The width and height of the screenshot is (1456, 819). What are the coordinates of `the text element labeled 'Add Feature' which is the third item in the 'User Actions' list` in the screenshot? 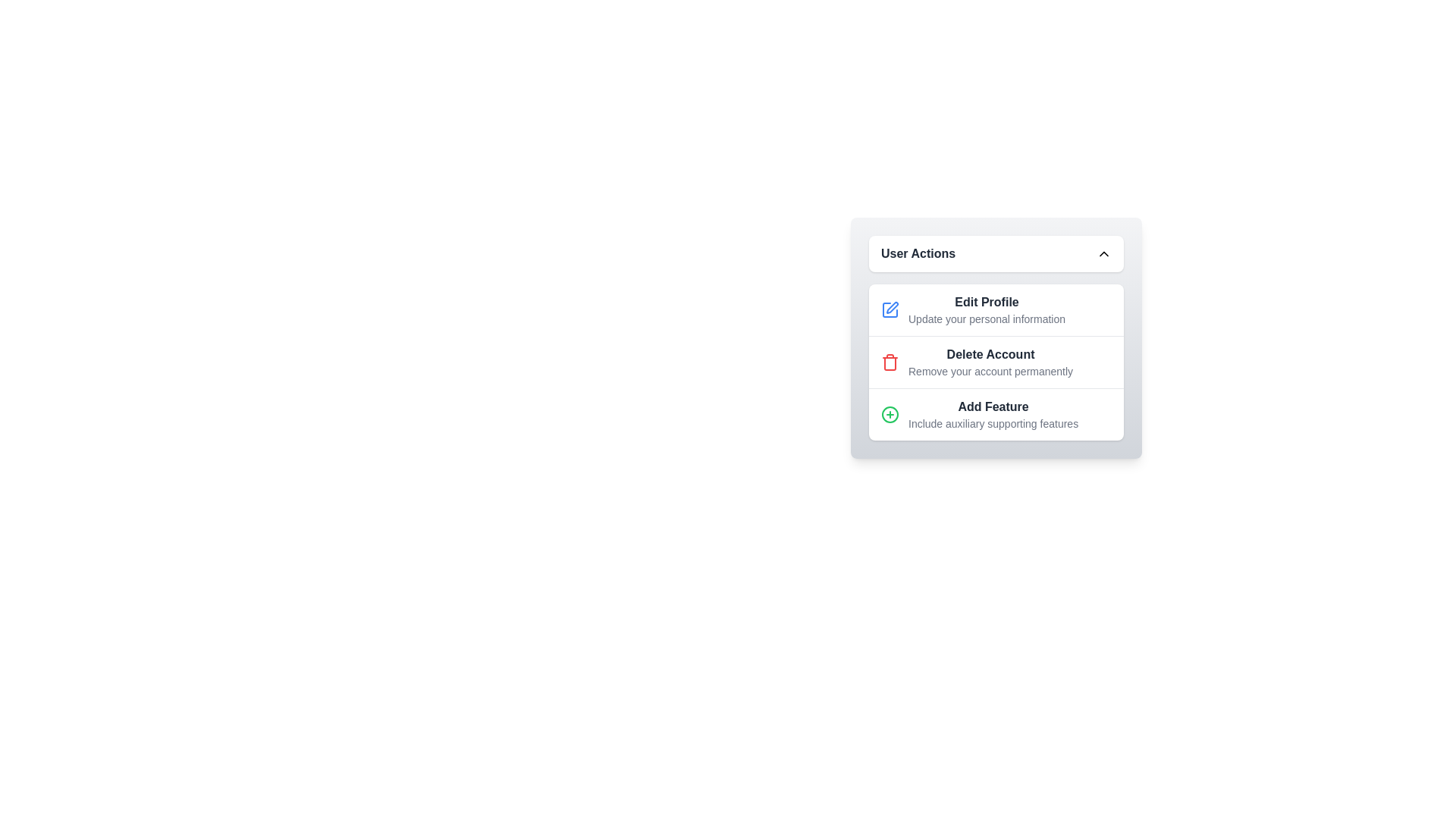 It's located at (993, 415).